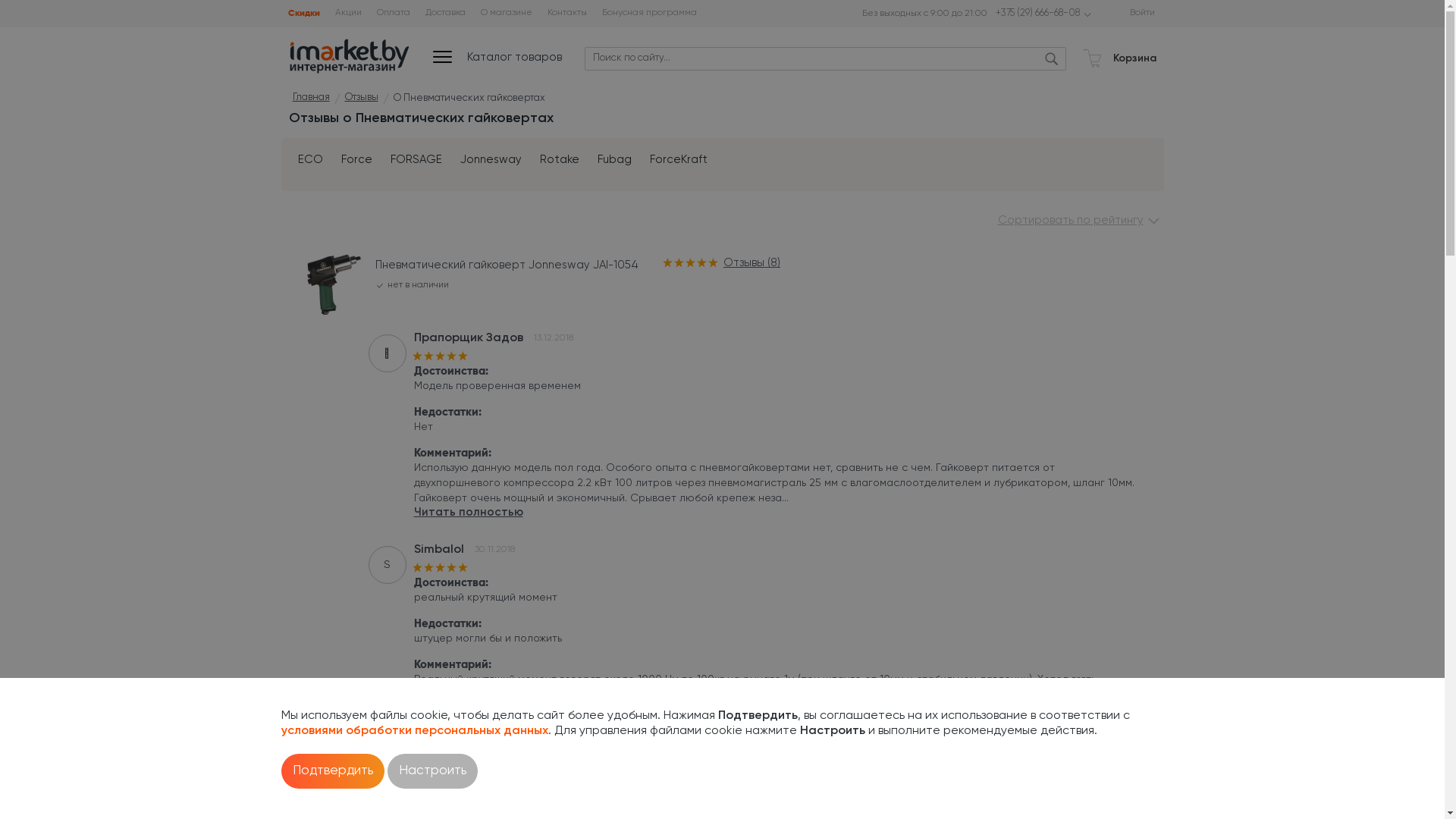 This screenshot has width=1456, height=819. Describe the element at coordinates (356, 160) in the screenshot. I see `'Force'` at that location.